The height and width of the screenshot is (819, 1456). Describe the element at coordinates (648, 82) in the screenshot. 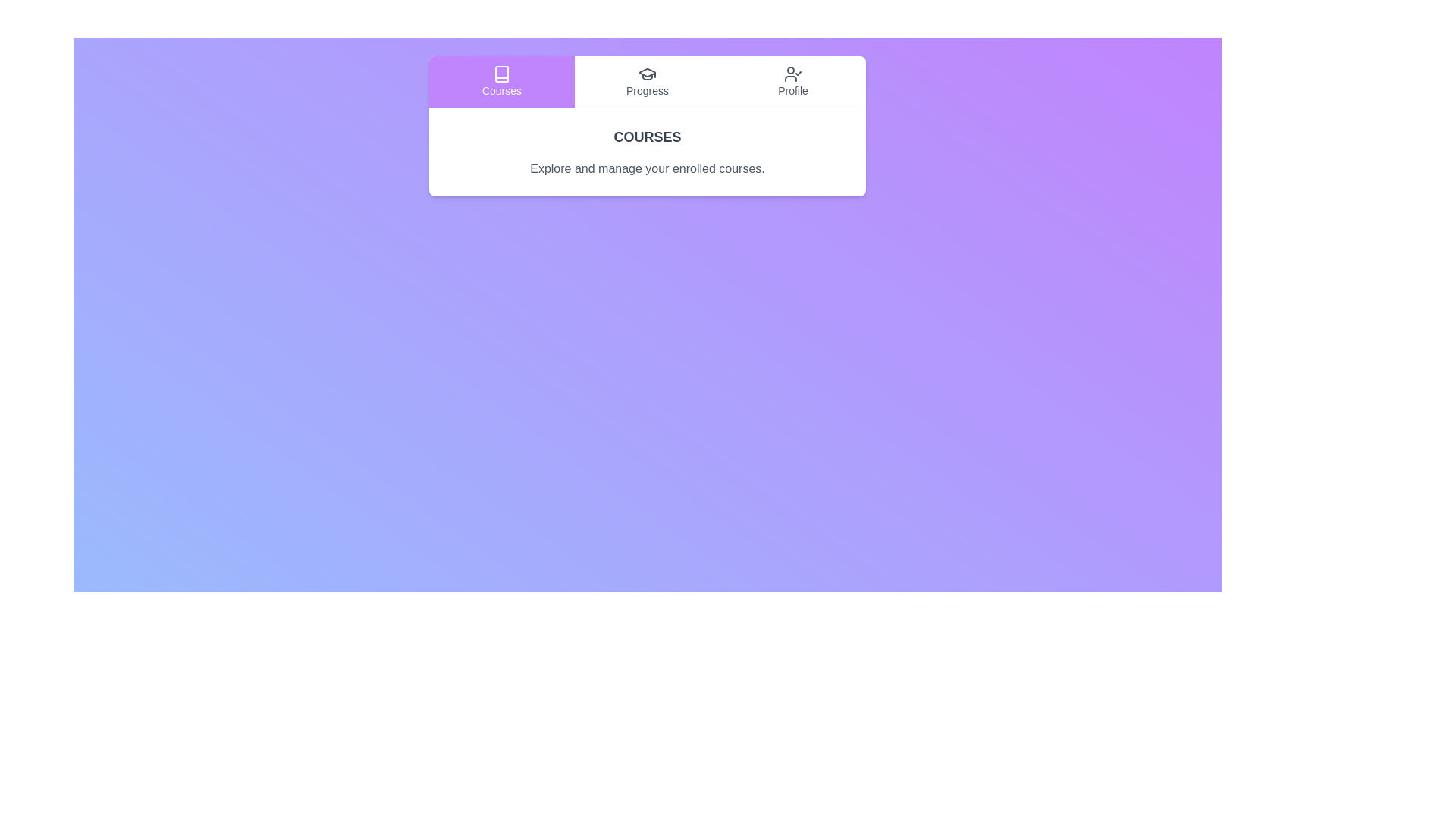

I see `the Progress tab by clicking on its button` at that location.